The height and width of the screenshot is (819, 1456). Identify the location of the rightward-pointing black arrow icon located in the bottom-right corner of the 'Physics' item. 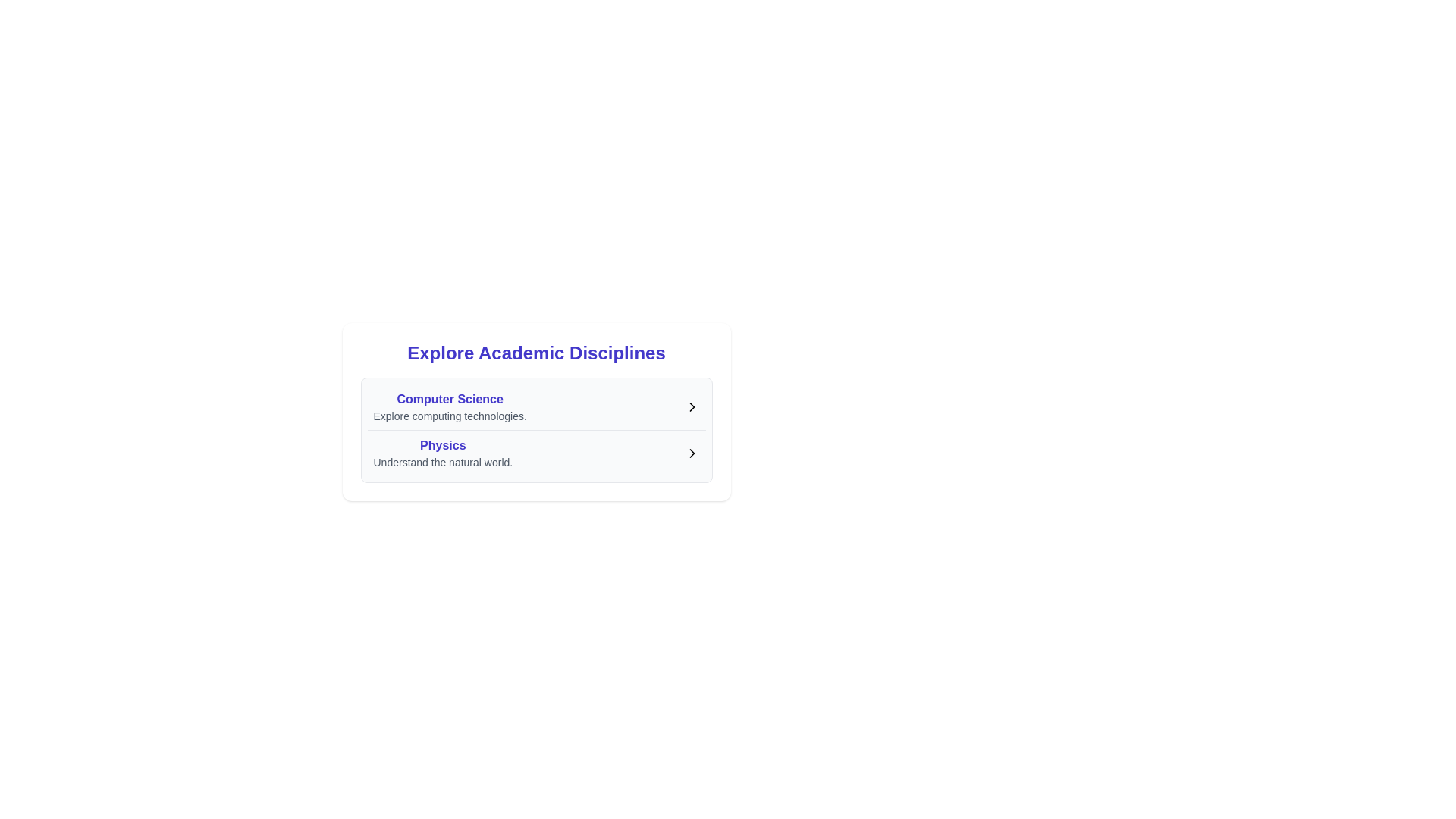
(691, 452).